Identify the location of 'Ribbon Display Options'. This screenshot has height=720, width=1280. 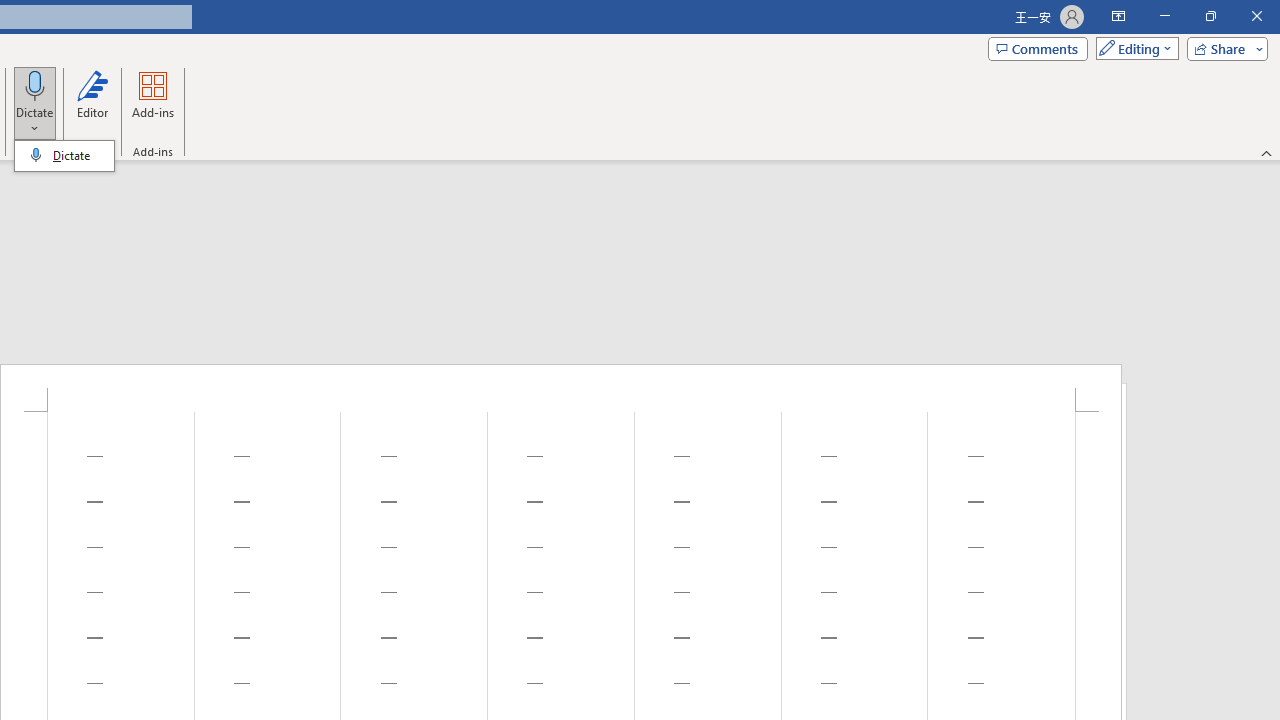
(1117, 16).